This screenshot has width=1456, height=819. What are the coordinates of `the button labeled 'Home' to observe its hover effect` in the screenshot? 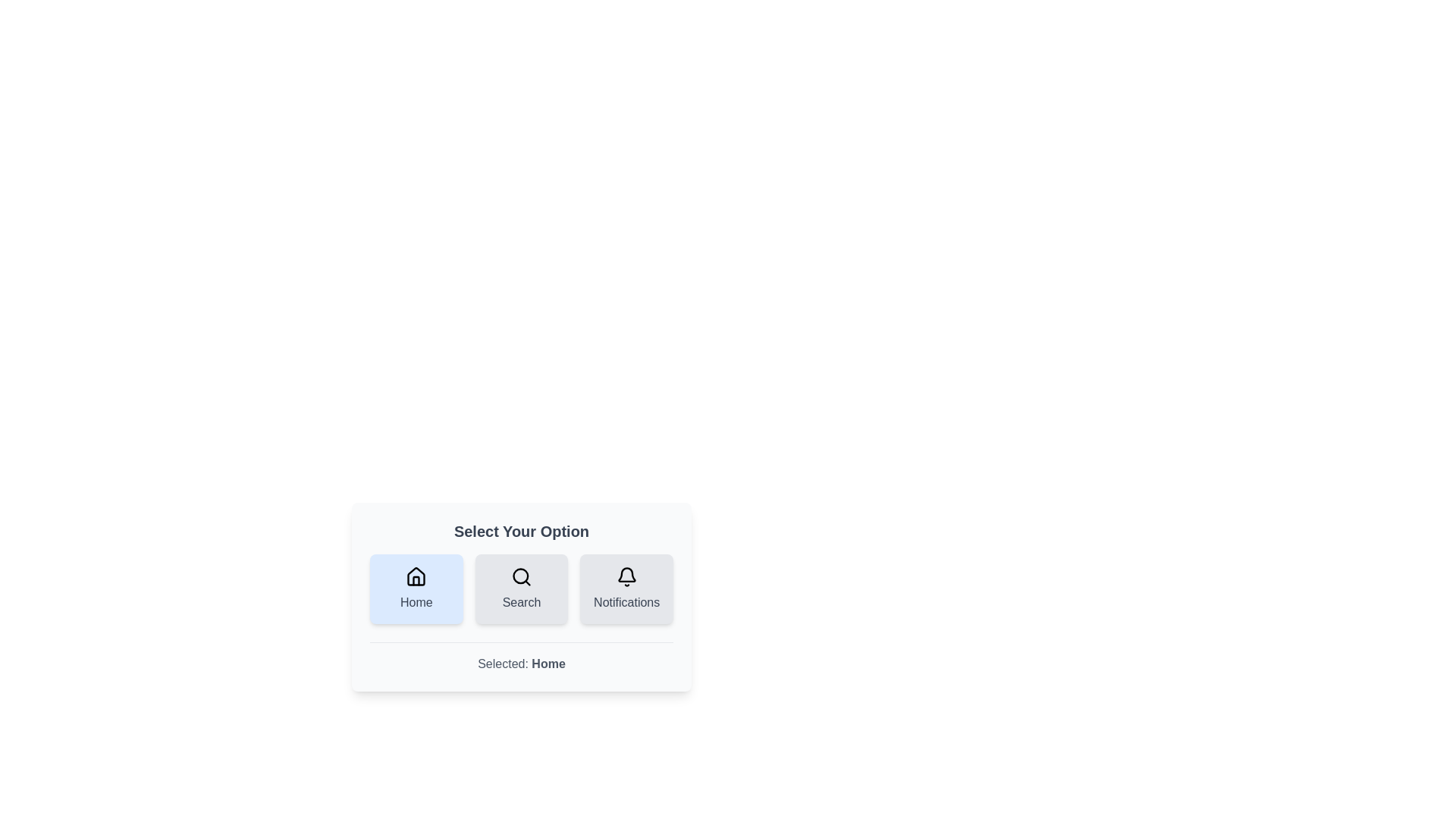 It's located at (416, 588).